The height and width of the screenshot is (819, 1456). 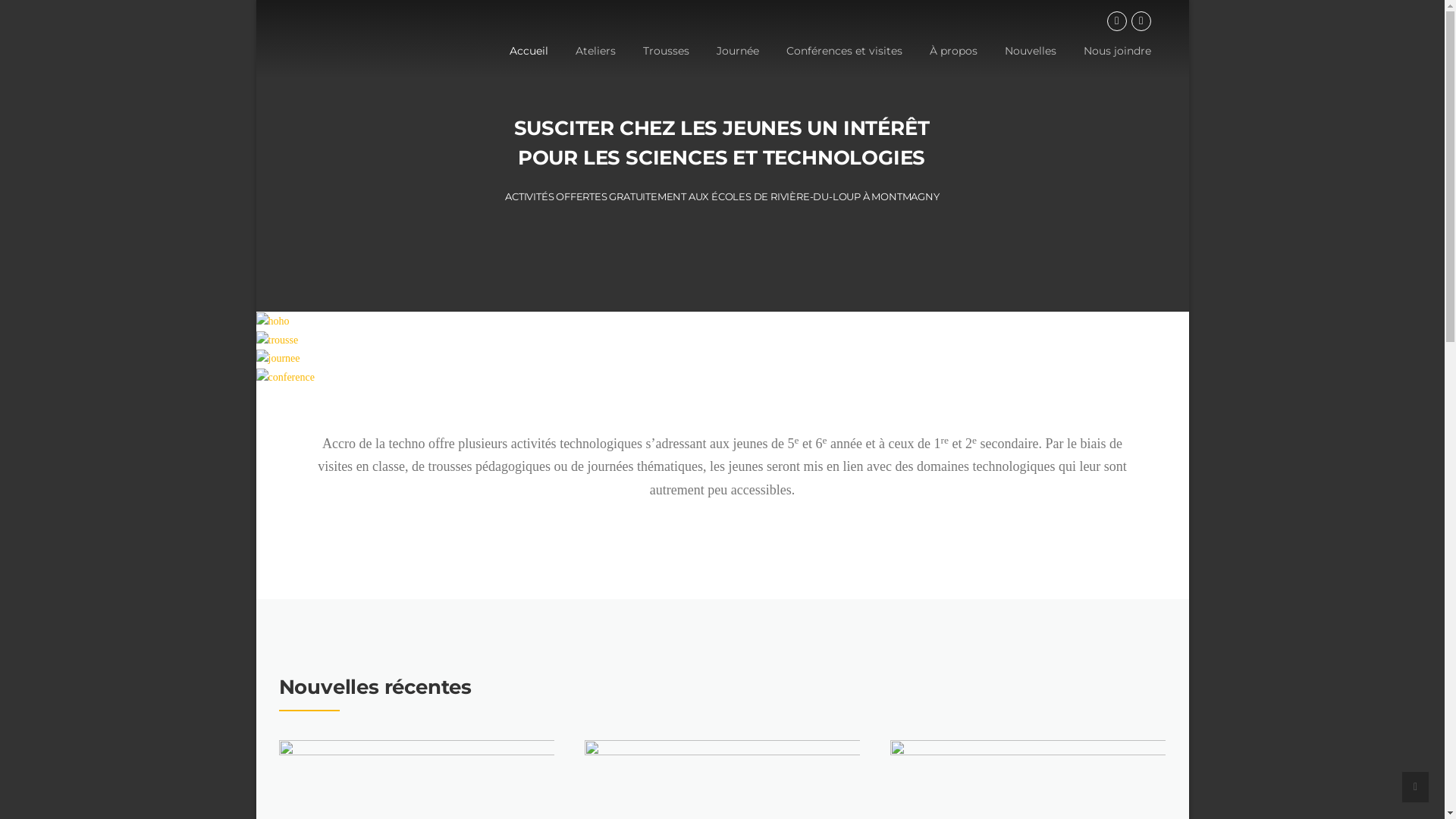 I want to click on 'trousse', so click(x=256, y=339).